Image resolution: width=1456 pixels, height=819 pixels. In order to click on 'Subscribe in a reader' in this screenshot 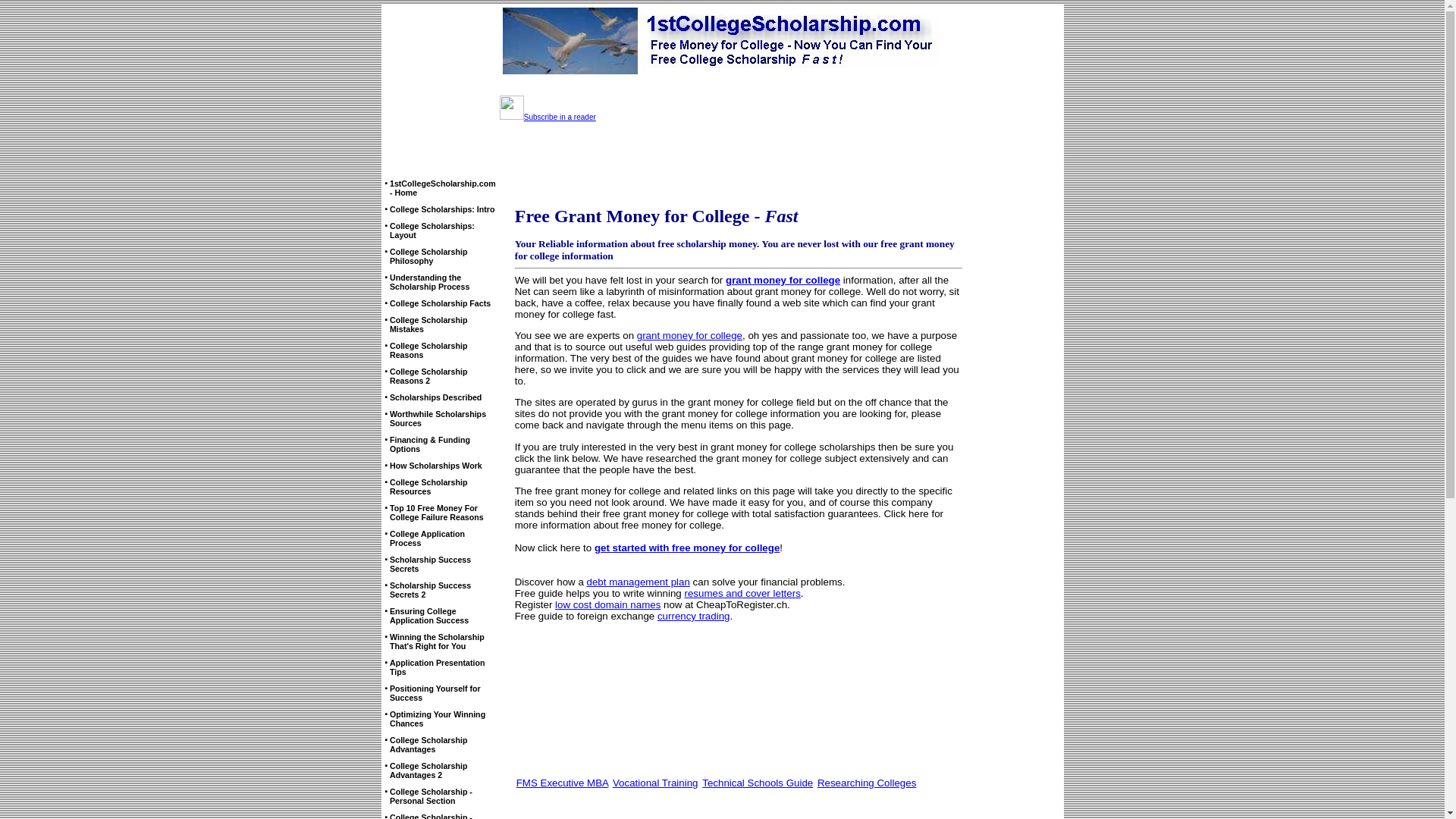, I will do `click(547, 115)`.